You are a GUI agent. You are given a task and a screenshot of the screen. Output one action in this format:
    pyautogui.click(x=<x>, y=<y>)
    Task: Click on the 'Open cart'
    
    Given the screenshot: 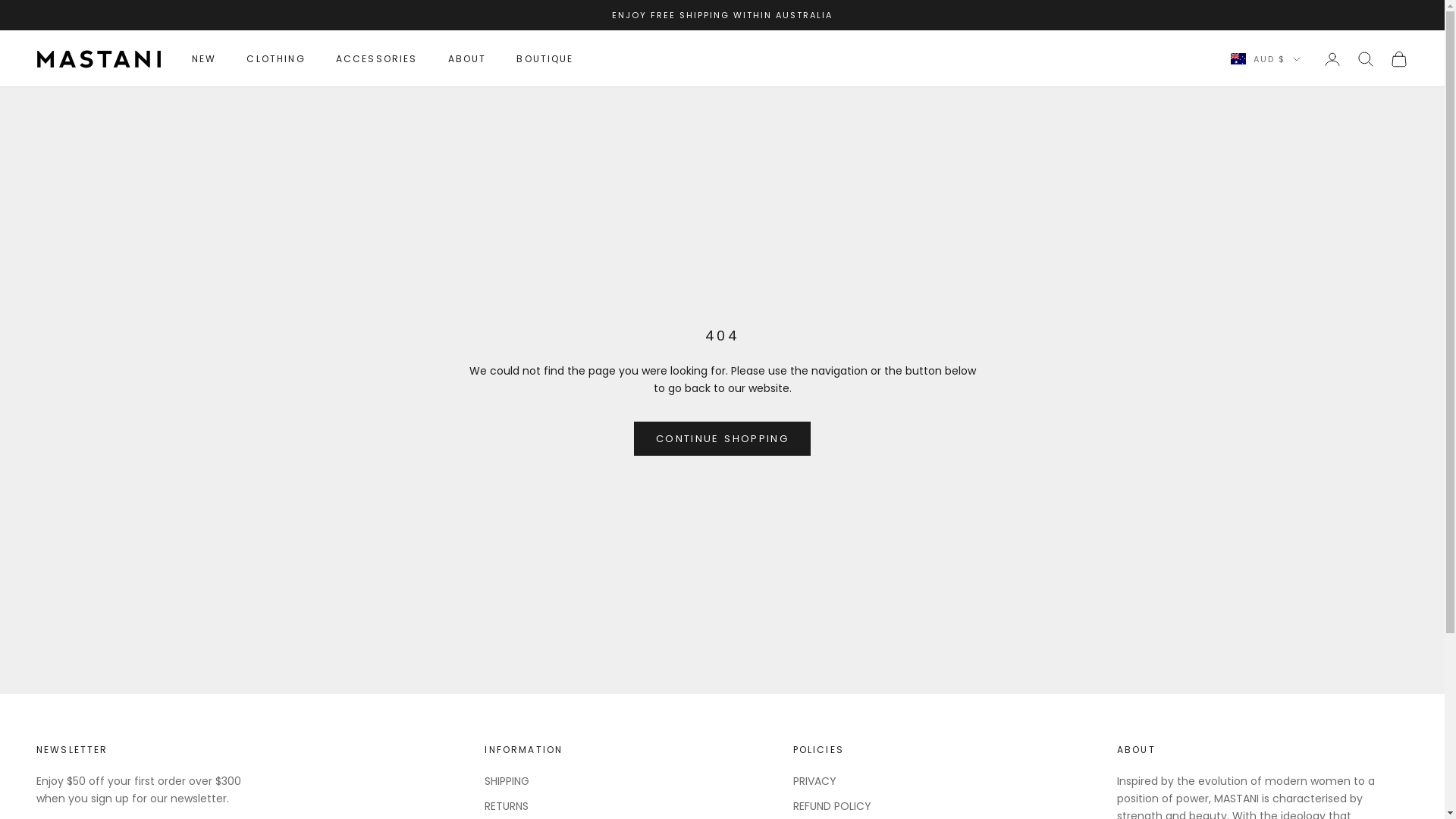 What is the action you would take?
    pyautogui.click(x=1398, y=58)
    